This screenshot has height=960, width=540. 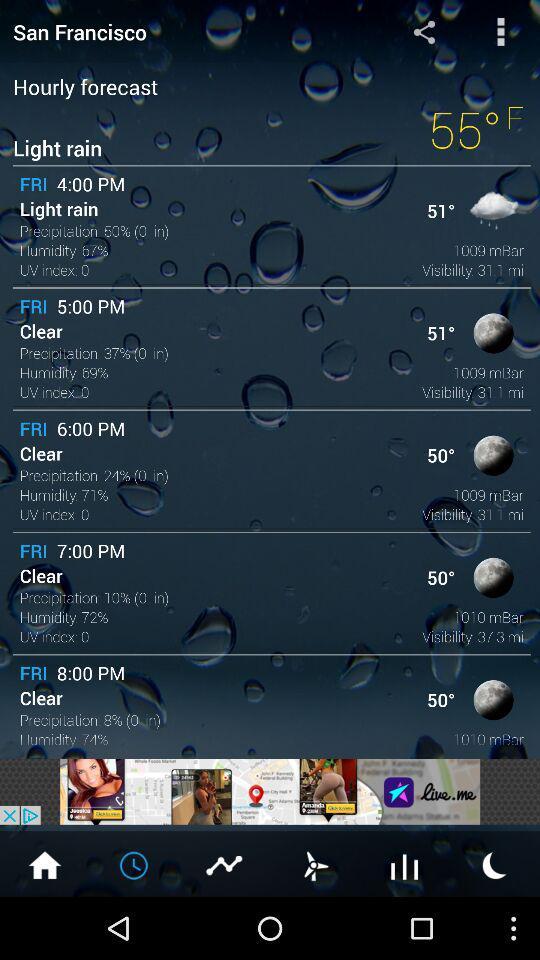 I want to click on homepage, so click(x=44, y=863).